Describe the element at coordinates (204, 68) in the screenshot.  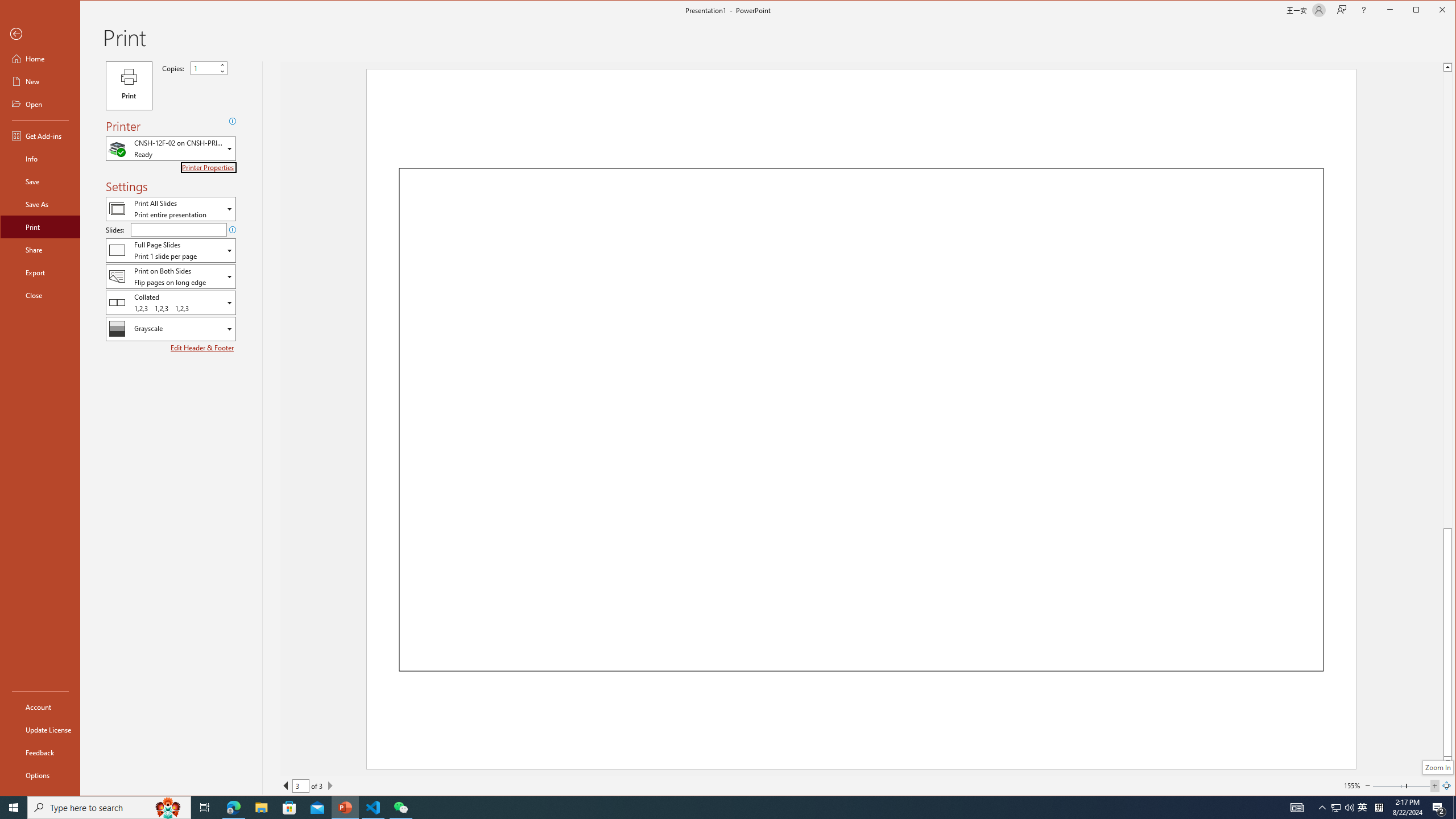
I see `'Copies'` at that location.